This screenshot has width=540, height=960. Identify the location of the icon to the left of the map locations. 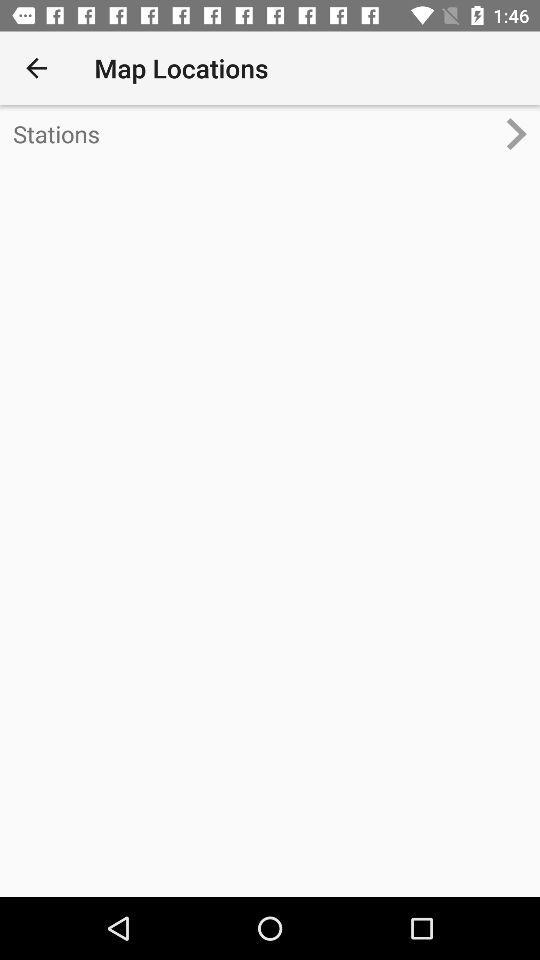
(36, 68).